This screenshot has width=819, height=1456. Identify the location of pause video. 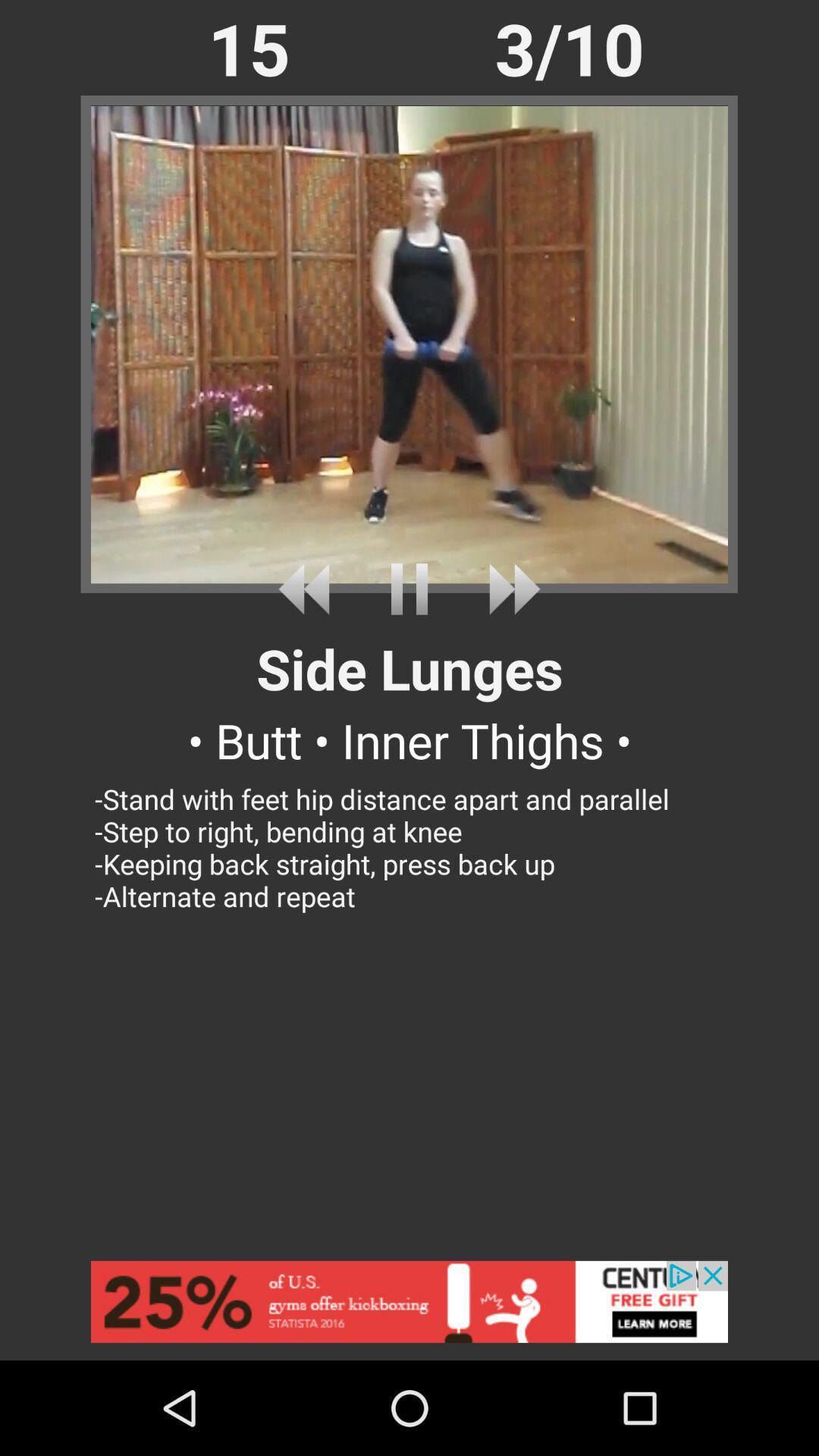
(409, 588).